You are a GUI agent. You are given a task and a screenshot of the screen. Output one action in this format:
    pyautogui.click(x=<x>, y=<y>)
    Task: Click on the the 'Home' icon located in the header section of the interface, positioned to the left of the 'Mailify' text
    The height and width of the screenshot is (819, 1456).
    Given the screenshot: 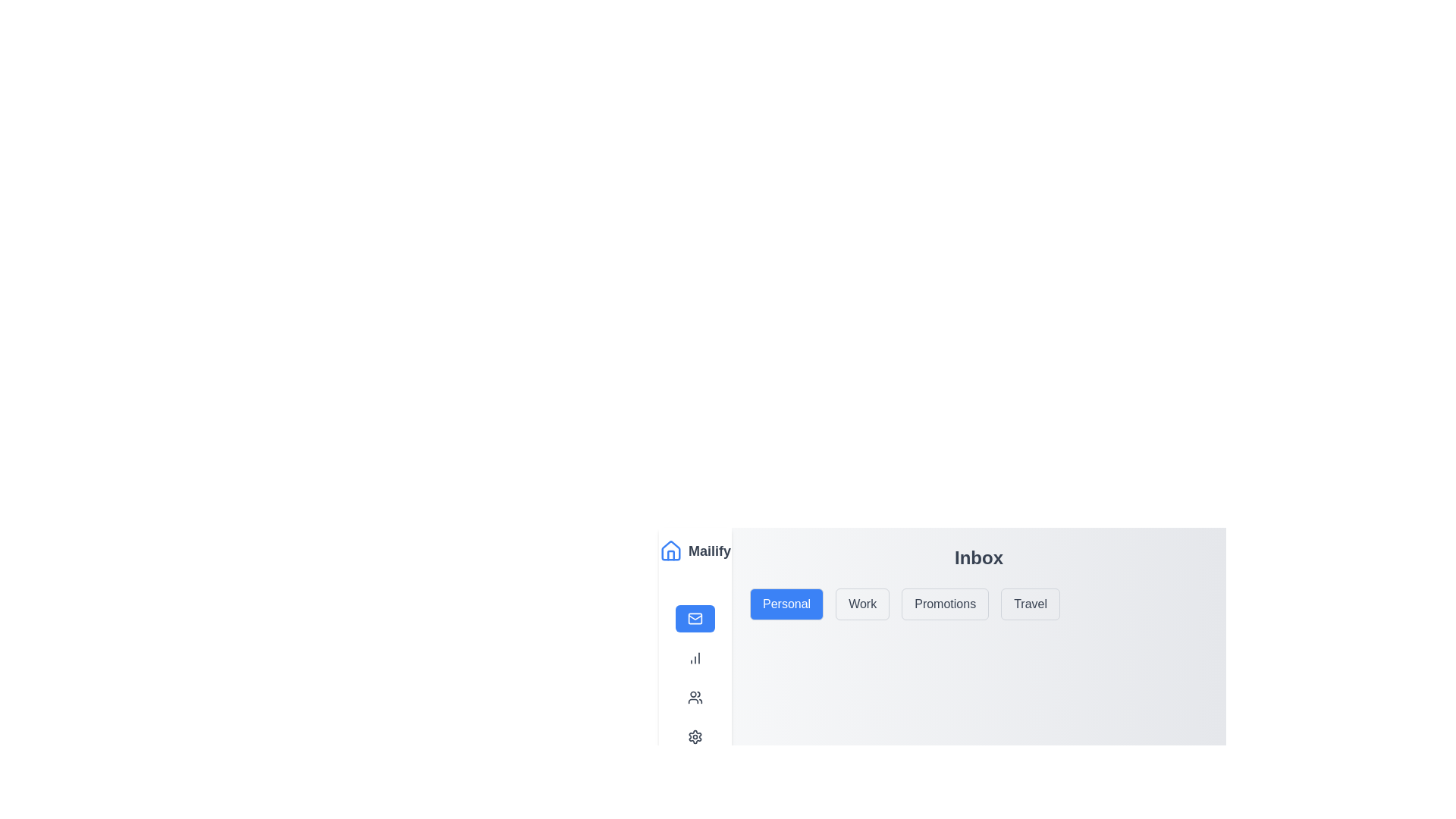 What is the action you would take?
    pyautogui.click(x=670, y=551)
    